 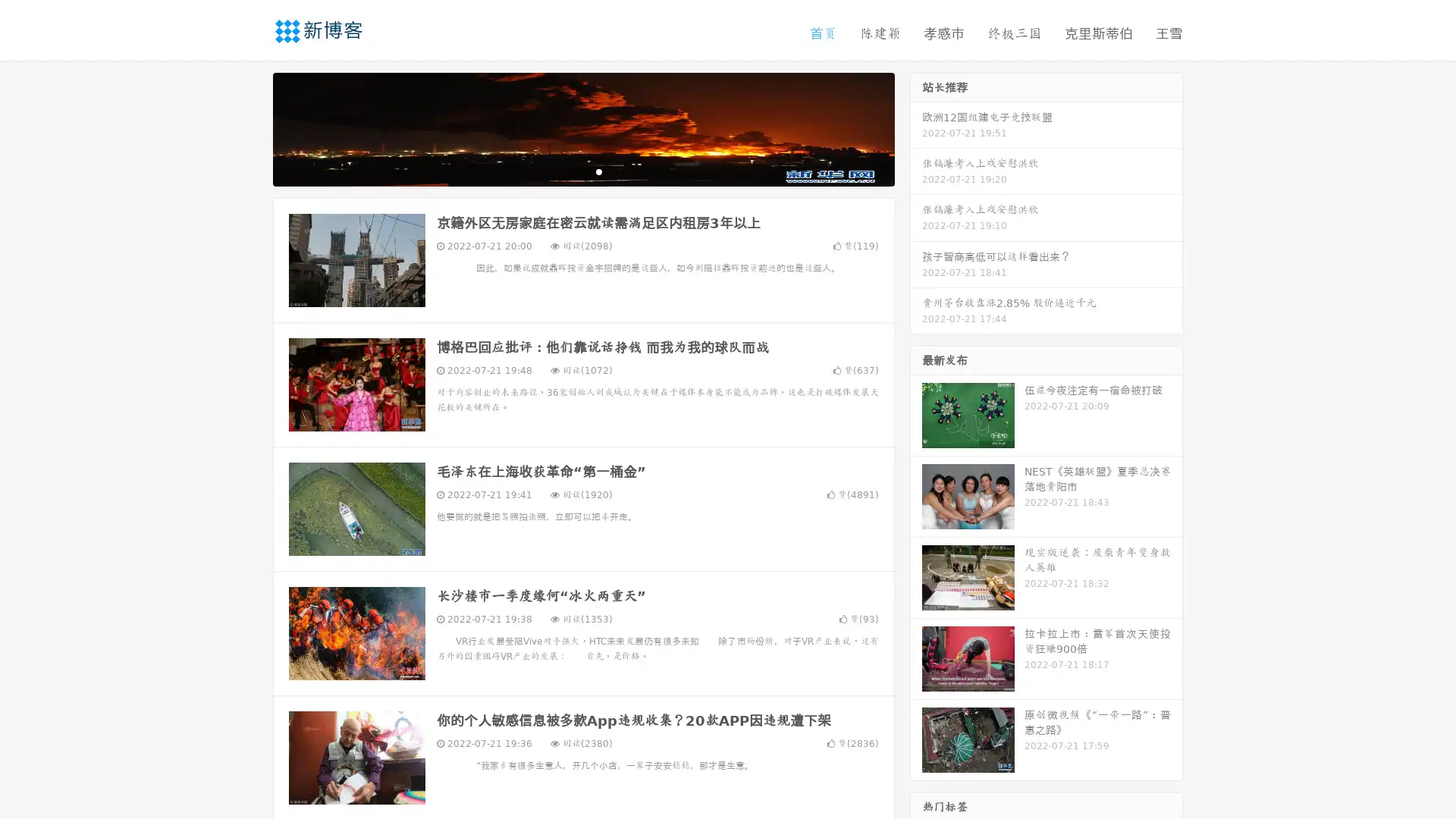 I want to click on Previous slide, so click(x=250, y=127).